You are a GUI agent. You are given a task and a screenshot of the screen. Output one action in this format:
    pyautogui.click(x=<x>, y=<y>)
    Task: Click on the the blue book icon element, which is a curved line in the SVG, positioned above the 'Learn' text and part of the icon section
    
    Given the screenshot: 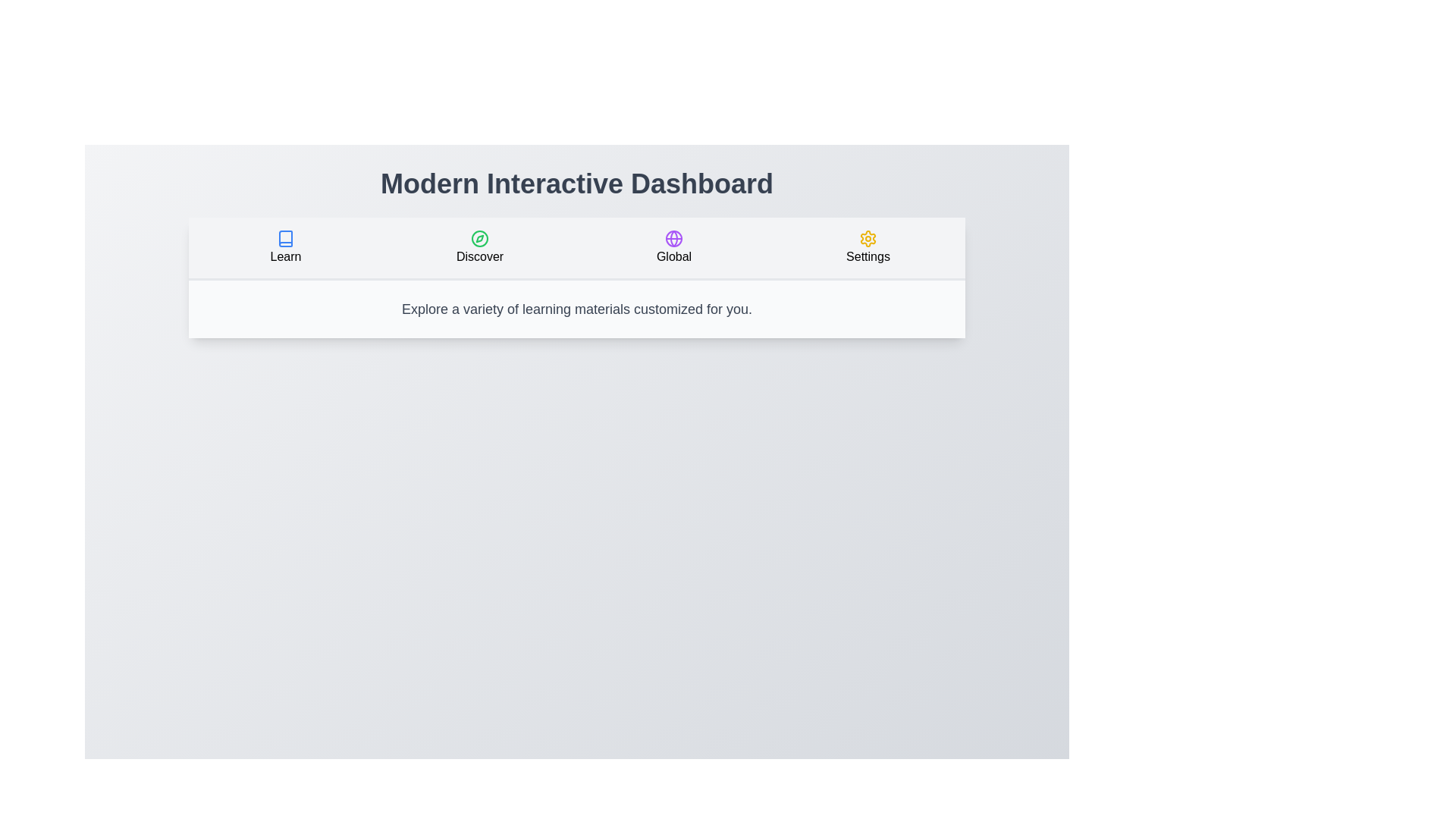 What is the action you would take?
    pyautogui.click(x=286, y=239)
    